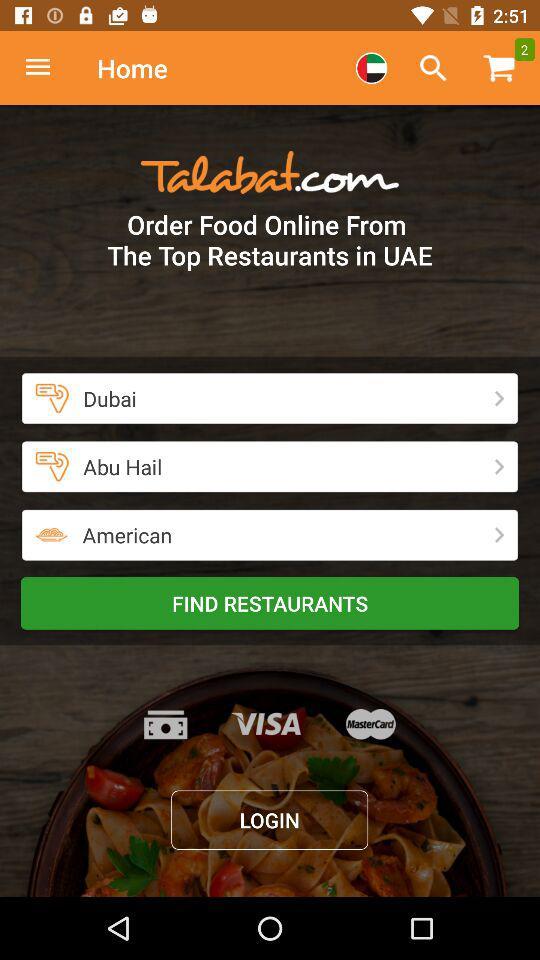  I want to click on keyword search option, so click(432, 68).